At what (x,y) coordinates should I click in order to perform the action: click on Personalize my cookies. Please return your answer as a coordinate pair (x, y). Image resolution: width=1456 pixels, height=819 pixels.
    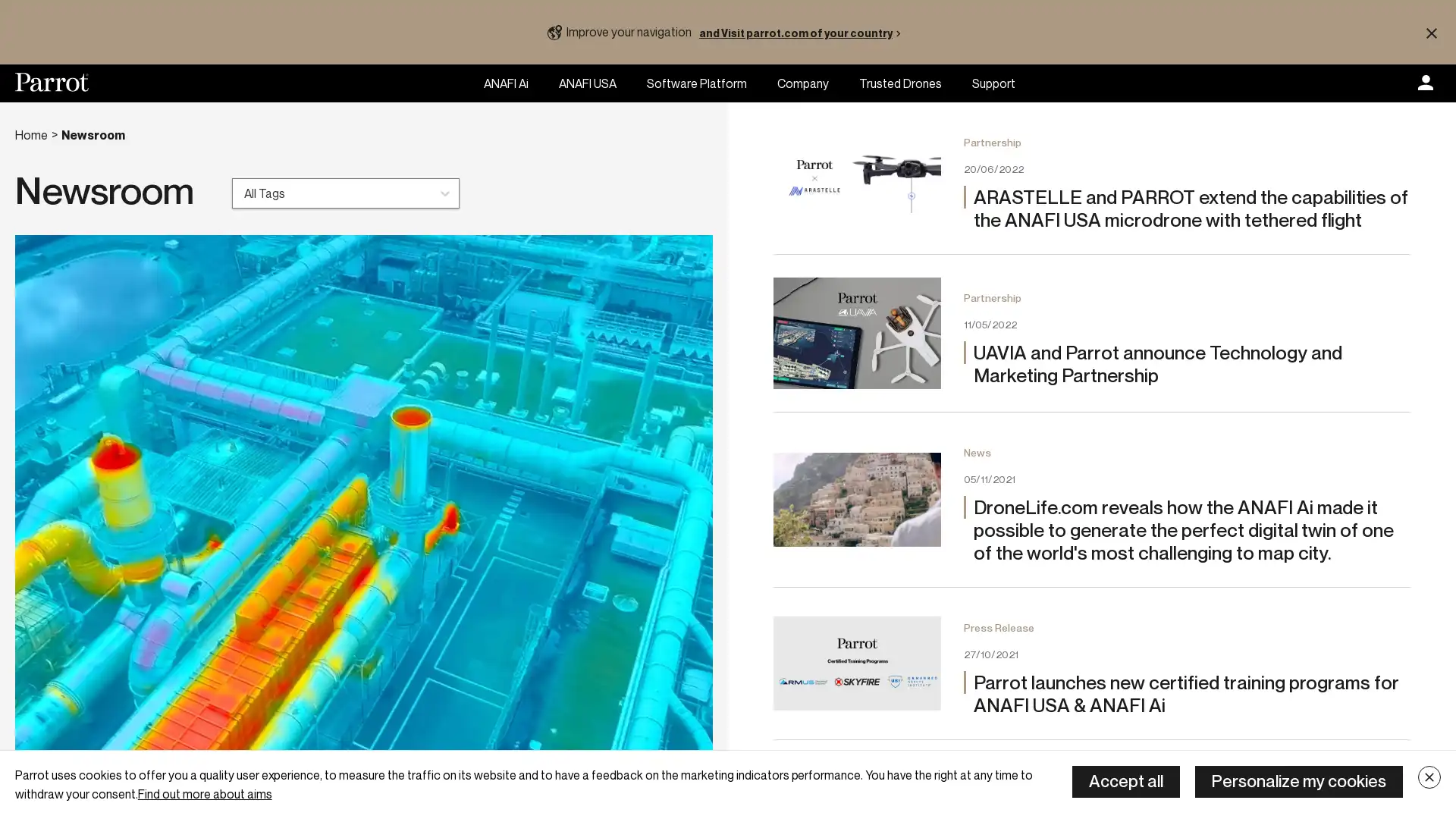
    Looking at the image, I should click on (1298, 781).